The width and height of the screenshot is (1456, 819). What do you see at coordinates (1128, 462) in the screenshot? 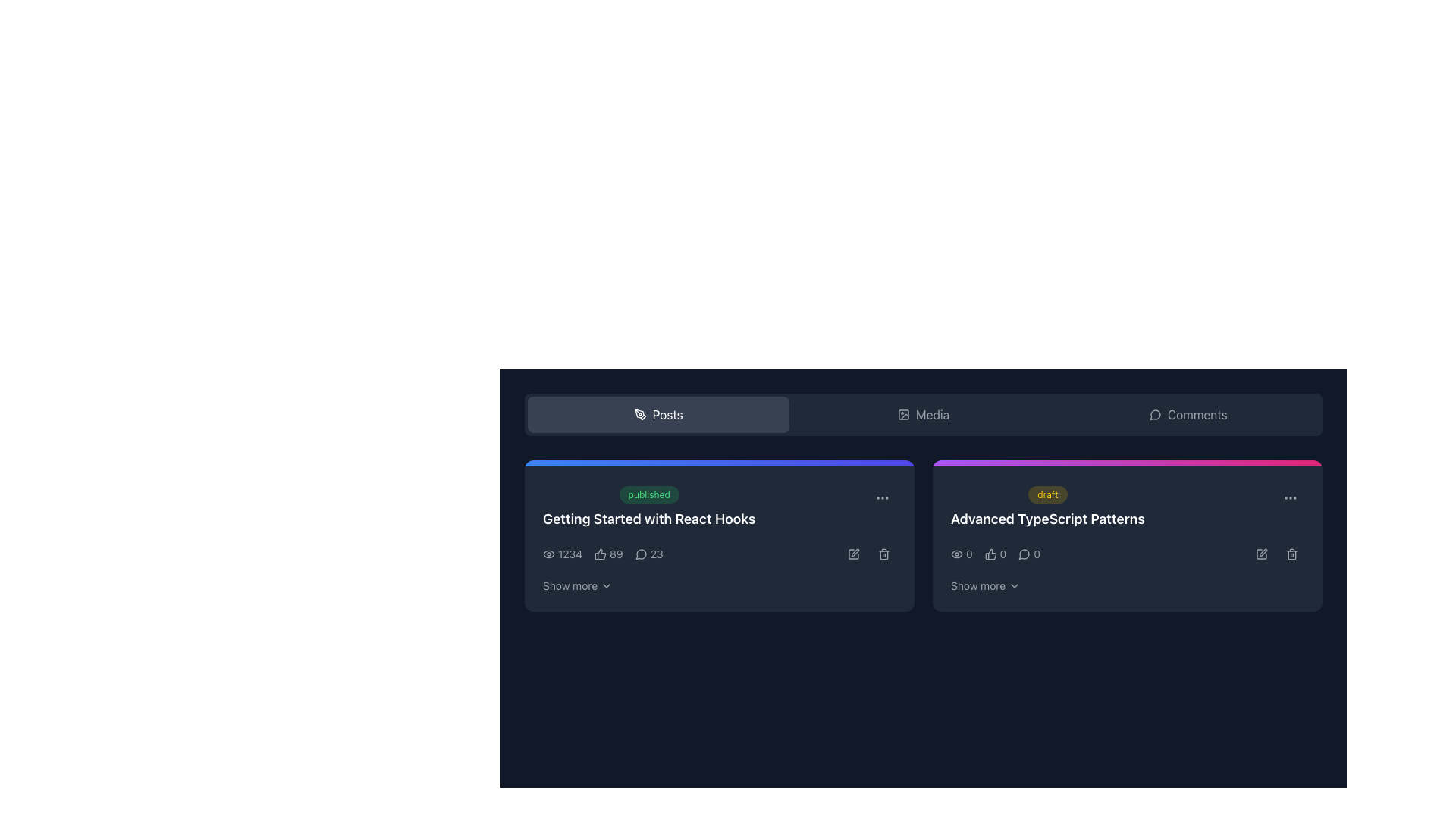
I see `the horizontal progress indicator located at the top edge of the 'Advanced TypeScript Patterns' card, which features a gradient color scheme transitioning from purple to pink` at bounding box center [1128, 462].